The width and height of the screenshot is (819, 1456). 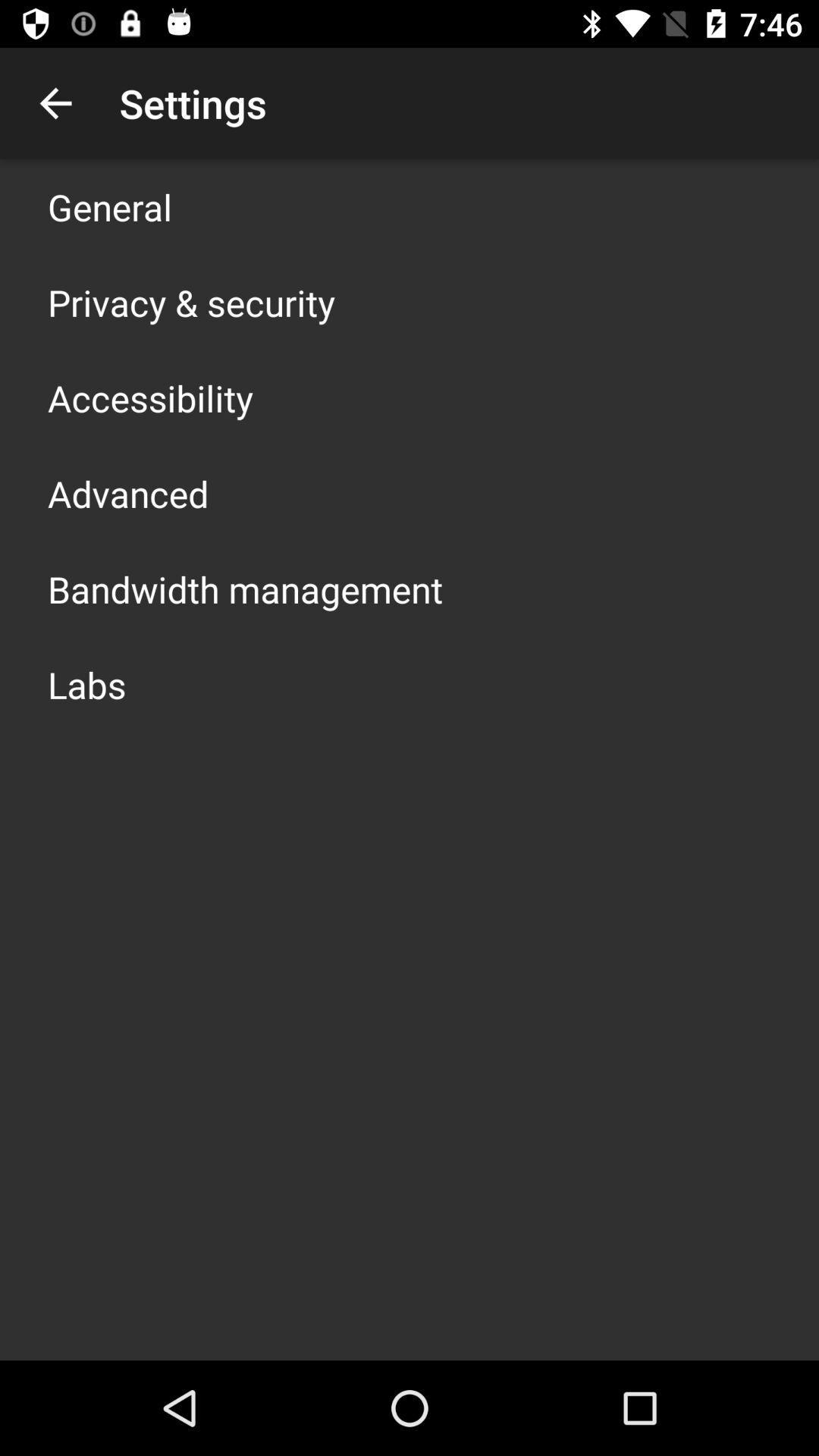 I want to click on app above privacy & security icon, so click(x=109, y=206).